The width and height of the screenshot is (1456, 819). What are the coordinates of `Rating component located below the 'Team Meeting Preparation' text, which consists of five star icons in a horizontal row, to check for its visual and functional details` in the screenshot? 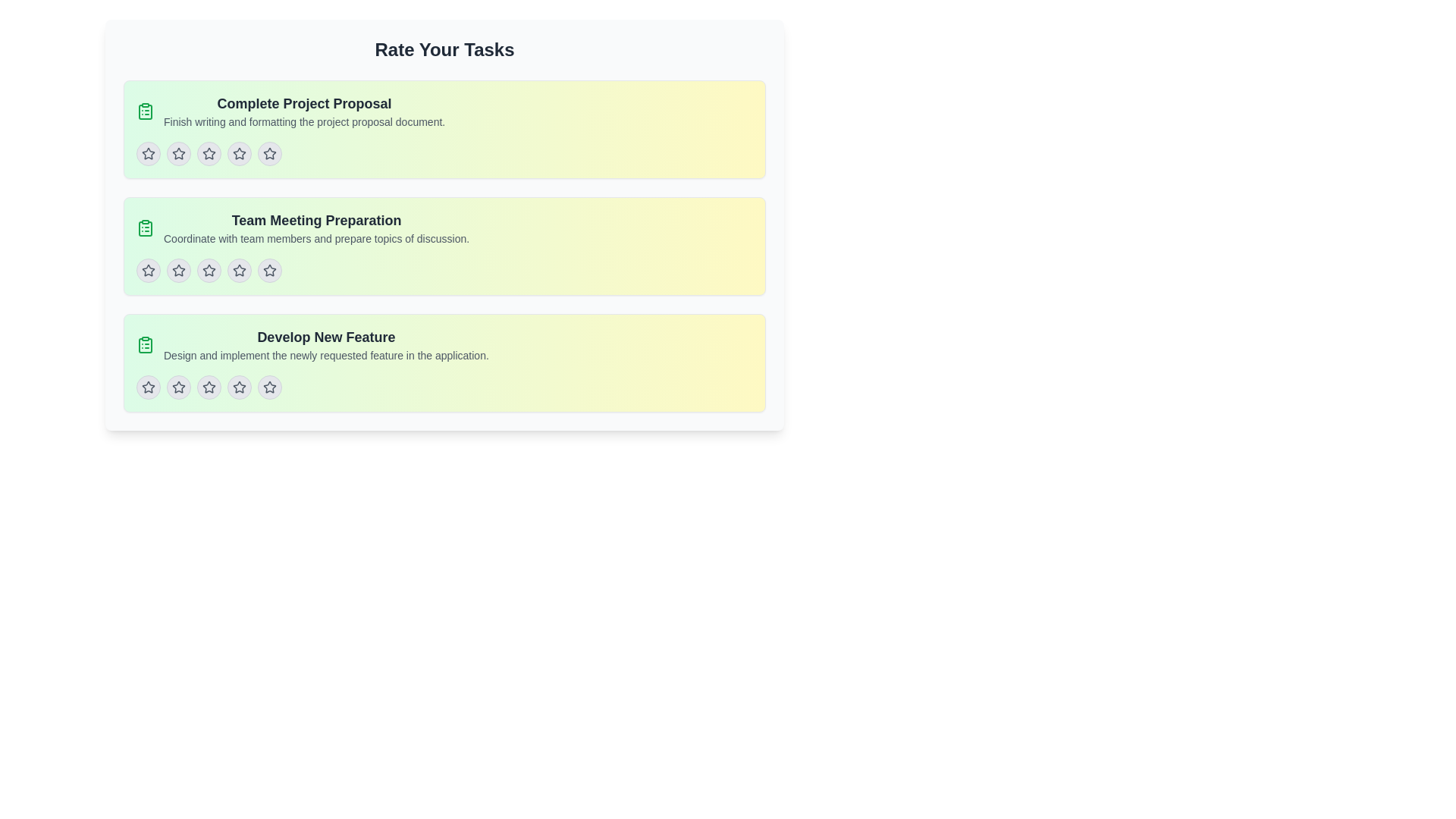 It's located at (444, 270).